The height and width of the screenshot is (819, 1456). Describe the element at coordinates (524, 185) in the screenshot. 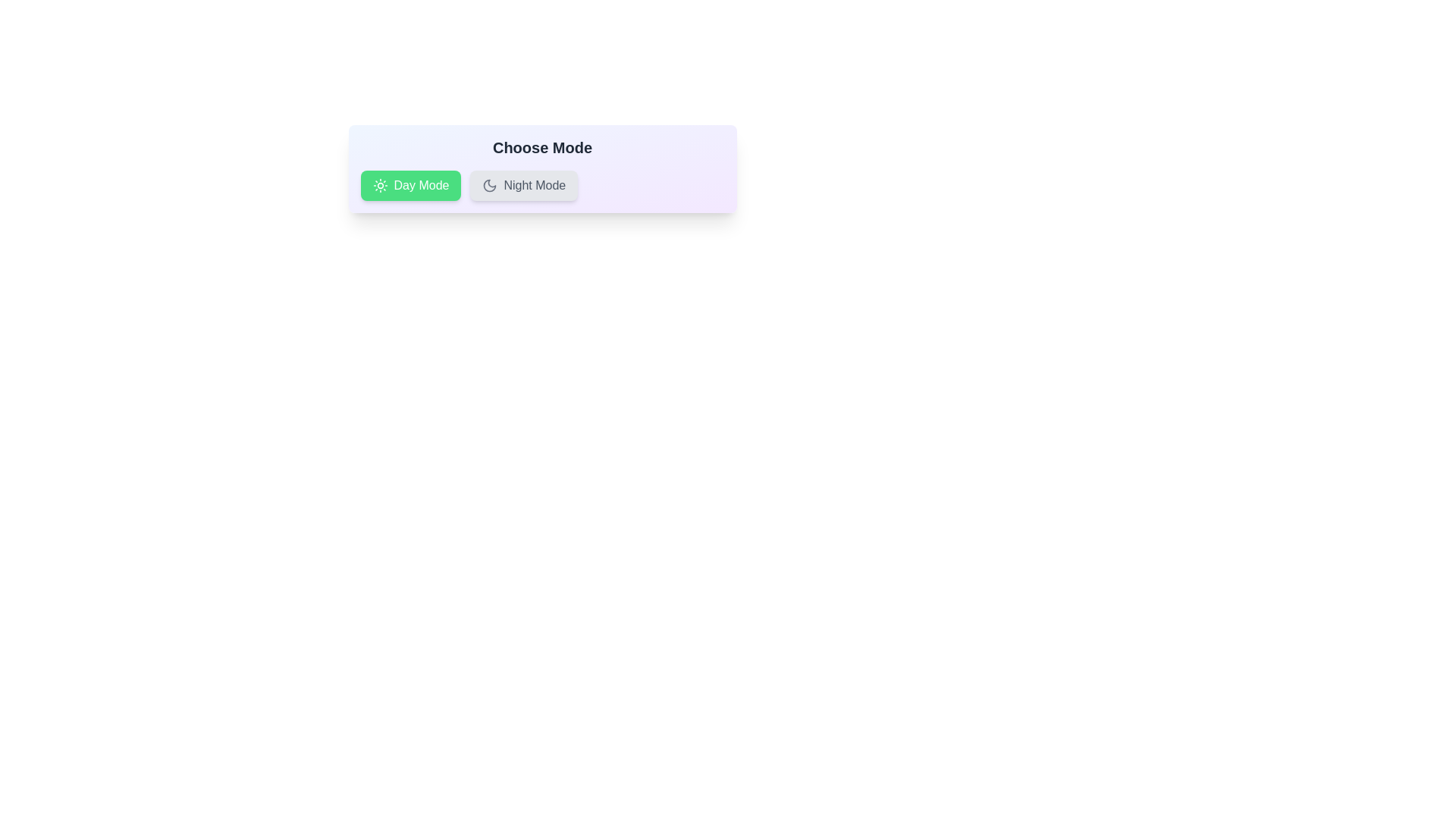

I see `the center of the 'Night Mode' chip to toggle its state` at that location.